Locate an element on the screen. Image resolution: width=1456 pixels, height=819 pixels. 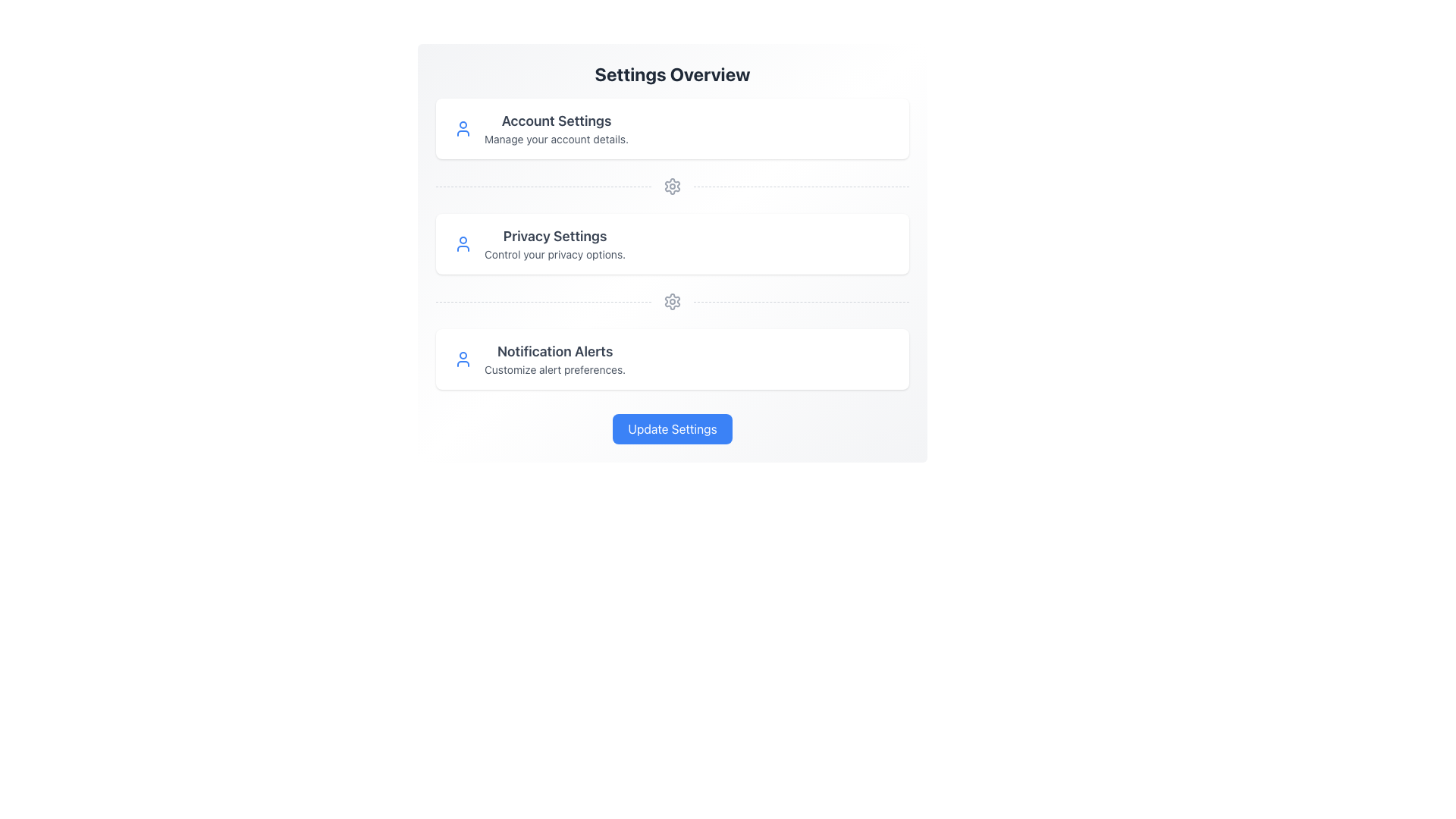
the icon representing the 'Privacy Settings' is located at coordinates (462, 243).